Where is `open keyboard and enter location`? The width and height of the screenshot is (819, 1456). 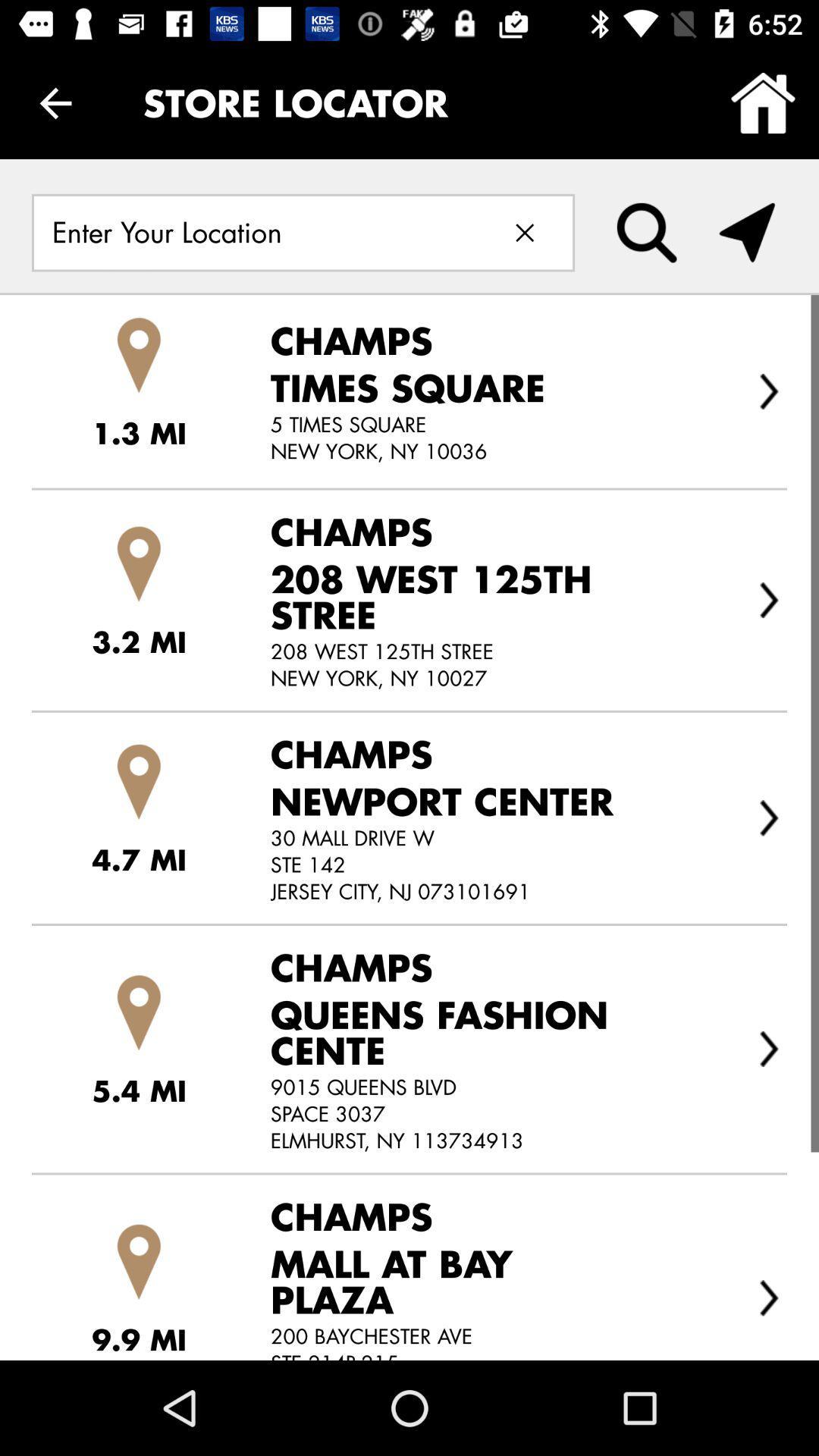 open keyboard and enter location is located at coordinates (255, 232).